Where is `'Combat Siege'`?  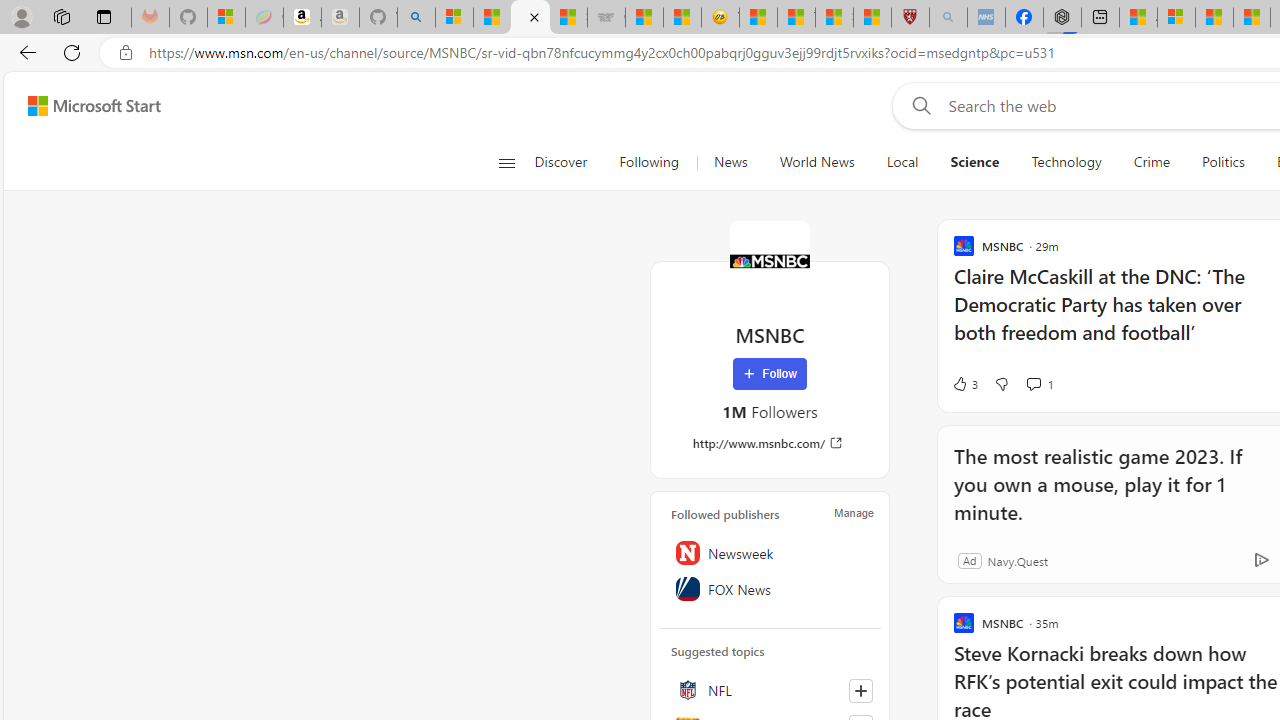 'Combat Siege' is located at coordinates (605, 17).